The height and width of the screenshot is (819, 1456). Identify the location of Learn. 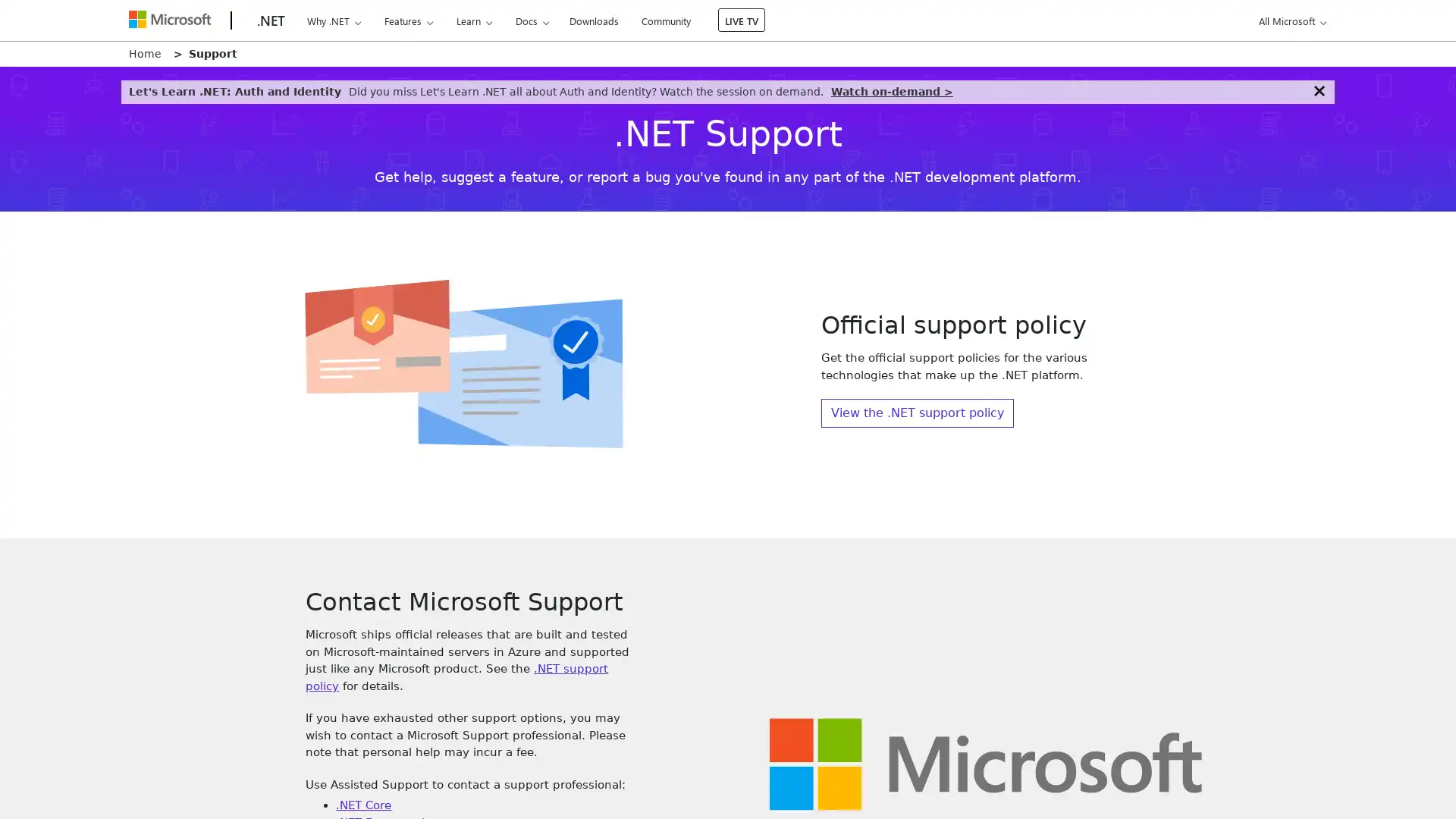
(472, 20).